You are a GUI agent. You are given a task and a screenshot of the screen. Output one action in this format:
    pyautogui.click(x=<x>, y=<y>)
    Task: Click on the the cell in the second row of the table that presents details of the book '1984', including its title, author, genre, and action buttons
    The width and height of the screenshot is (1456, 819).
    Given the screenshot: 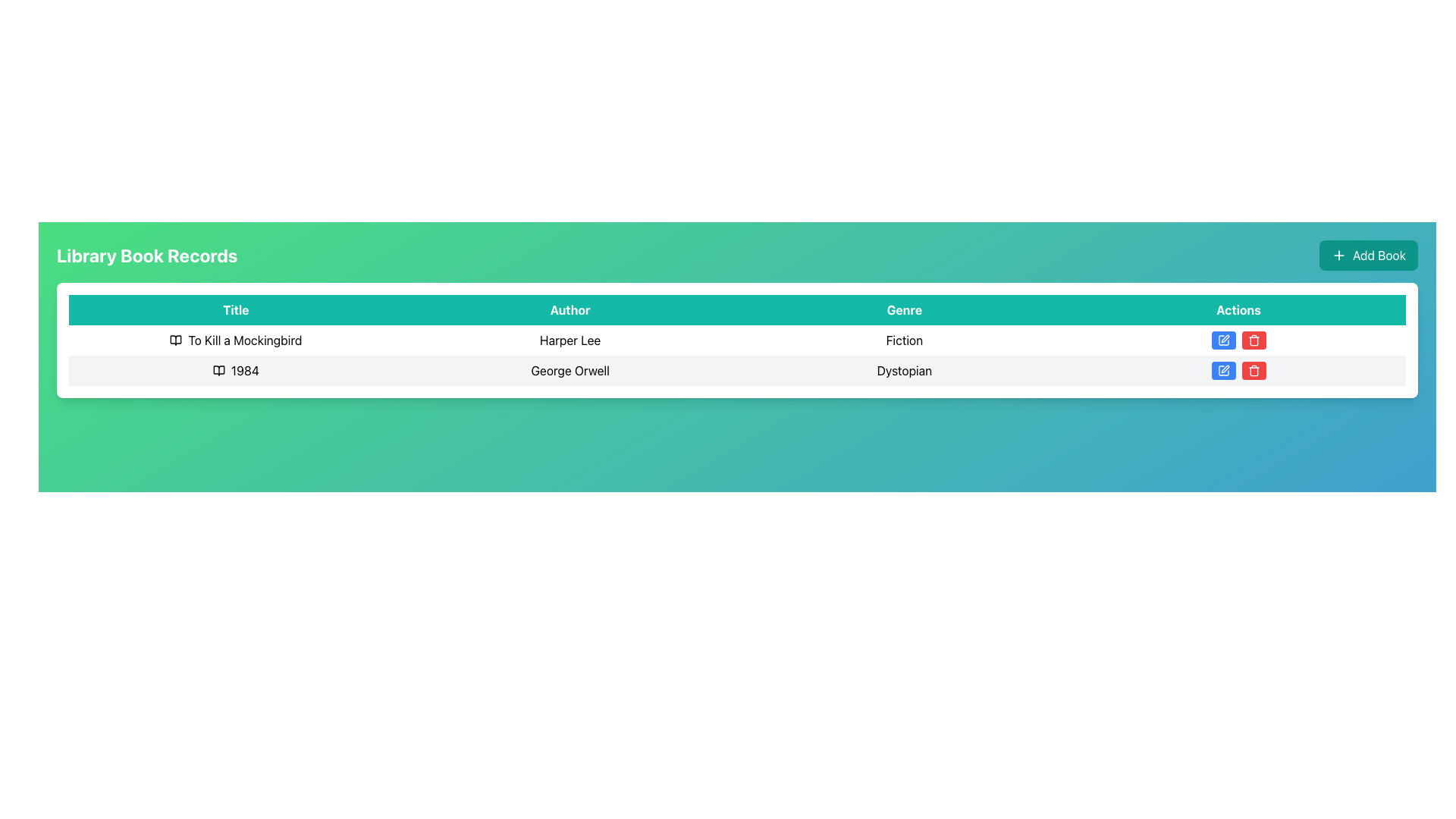 What is the action you would take?
    pyautogui.click(x=737, y=356)
    